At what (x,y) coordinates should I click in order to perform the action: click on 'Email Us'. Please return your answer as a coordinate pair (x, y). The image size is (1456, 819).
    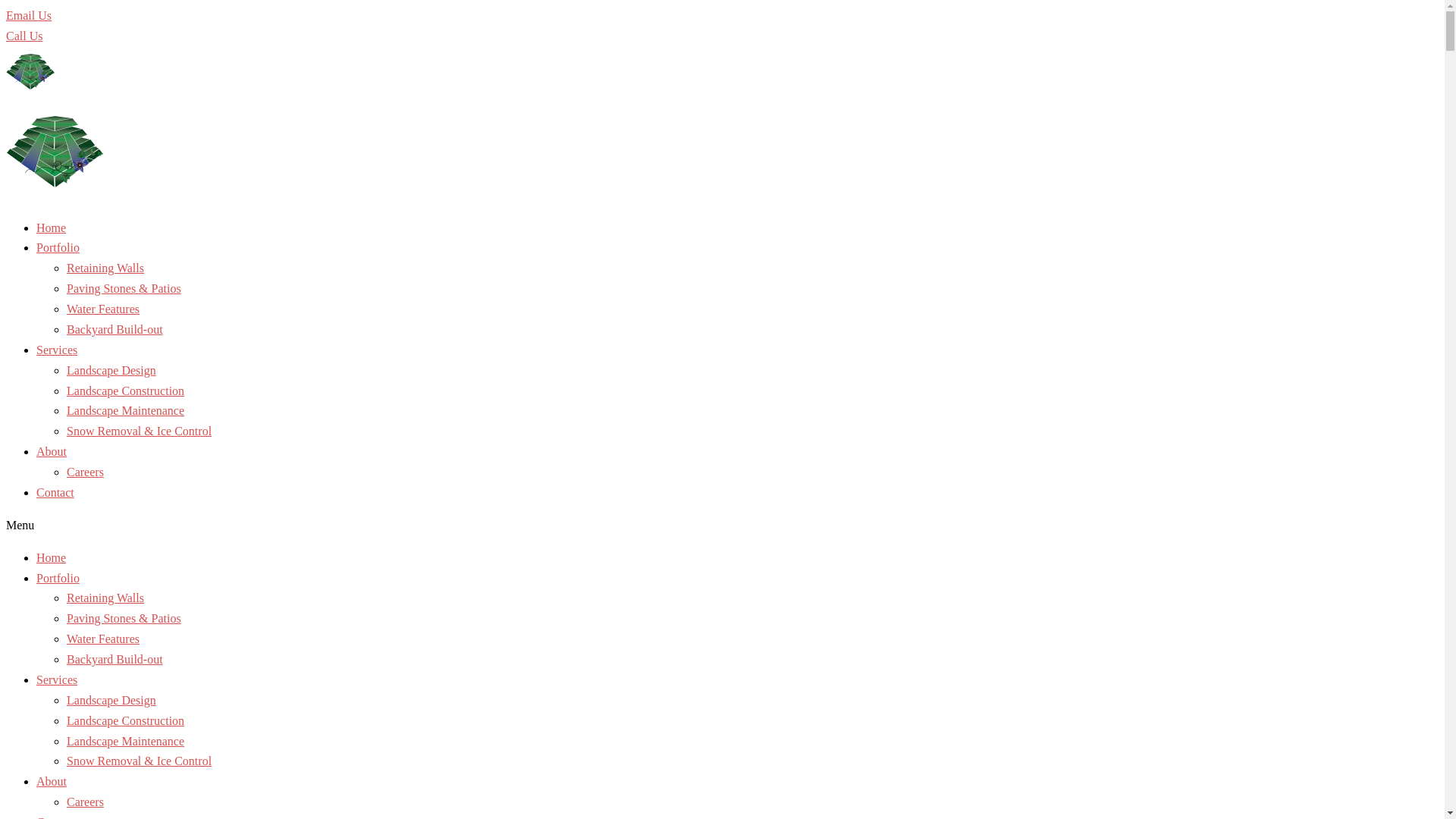
    Looking at the image, I should click on (29, 15).